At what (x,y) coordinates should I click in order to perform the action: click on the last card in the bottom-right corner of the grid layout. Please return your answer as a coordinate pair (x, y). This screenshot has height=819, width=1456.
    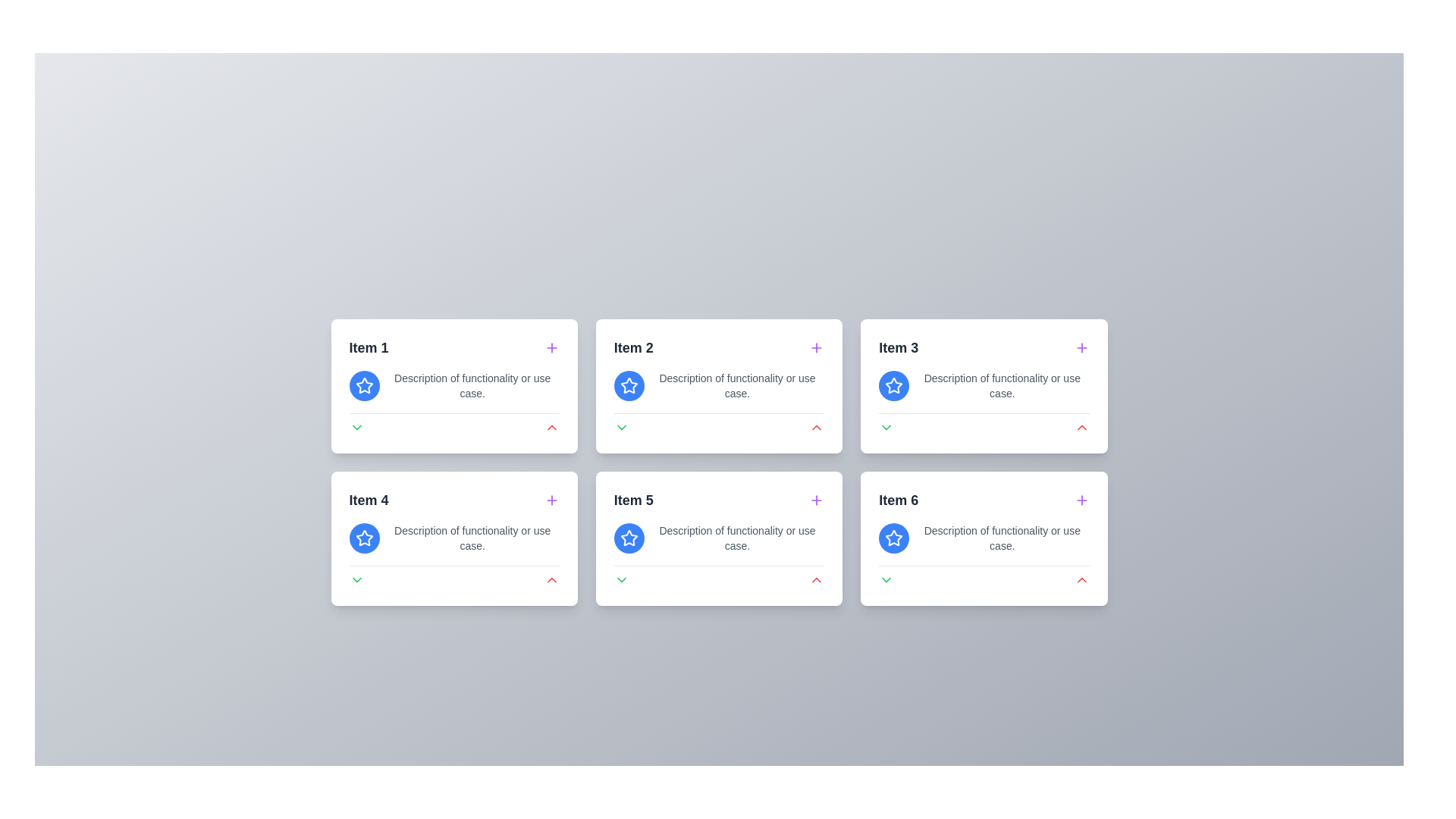
    Looking at the image, I should click on (984, 538).